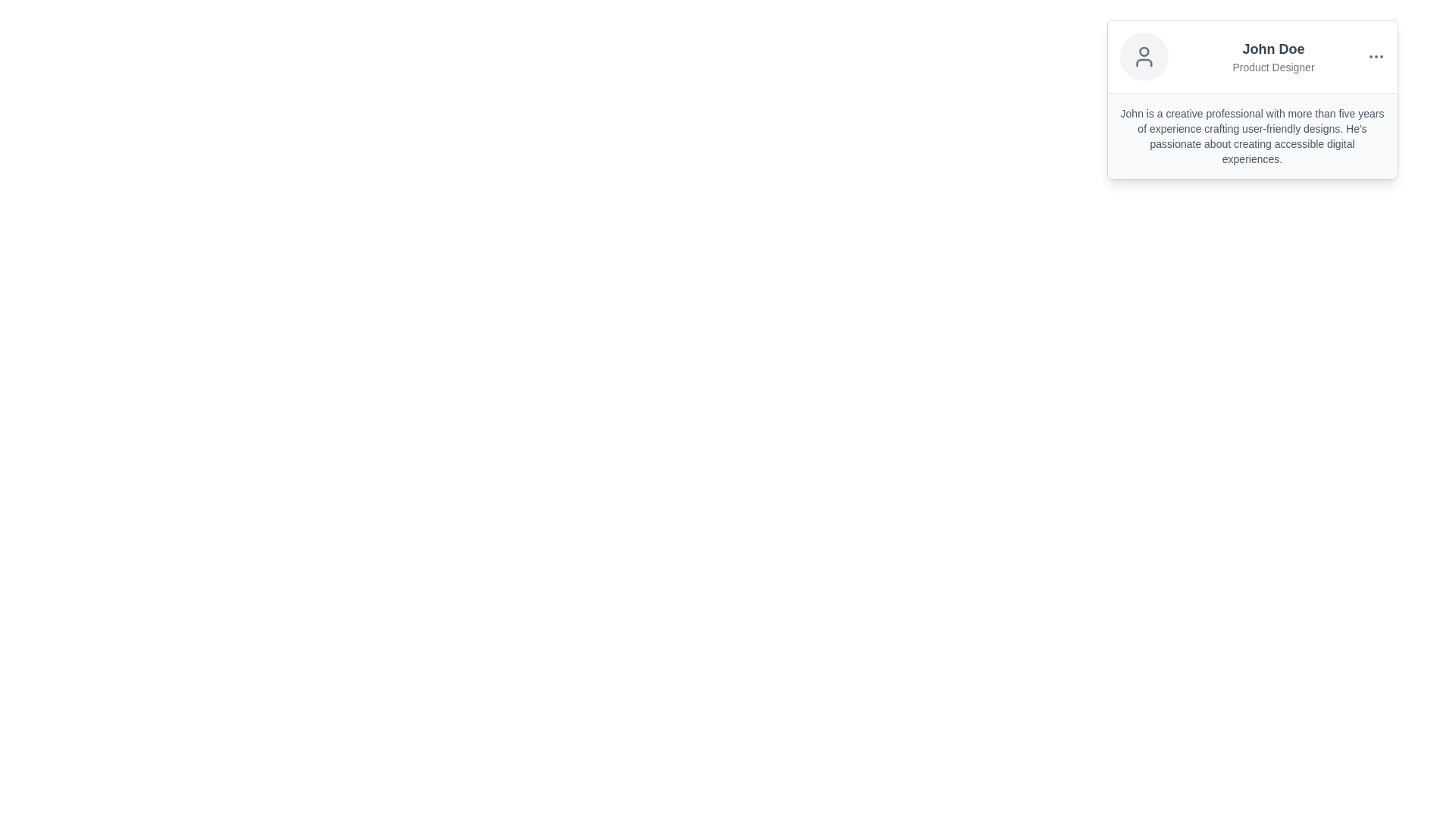  What do you see at coordinates (1144, 55) in the screenshot?
I see `the user icon, which is a simplistic outline of a person with a gray color in a circular background, located at the top-left corner of a card layout` at bounding box center [1144, 55].